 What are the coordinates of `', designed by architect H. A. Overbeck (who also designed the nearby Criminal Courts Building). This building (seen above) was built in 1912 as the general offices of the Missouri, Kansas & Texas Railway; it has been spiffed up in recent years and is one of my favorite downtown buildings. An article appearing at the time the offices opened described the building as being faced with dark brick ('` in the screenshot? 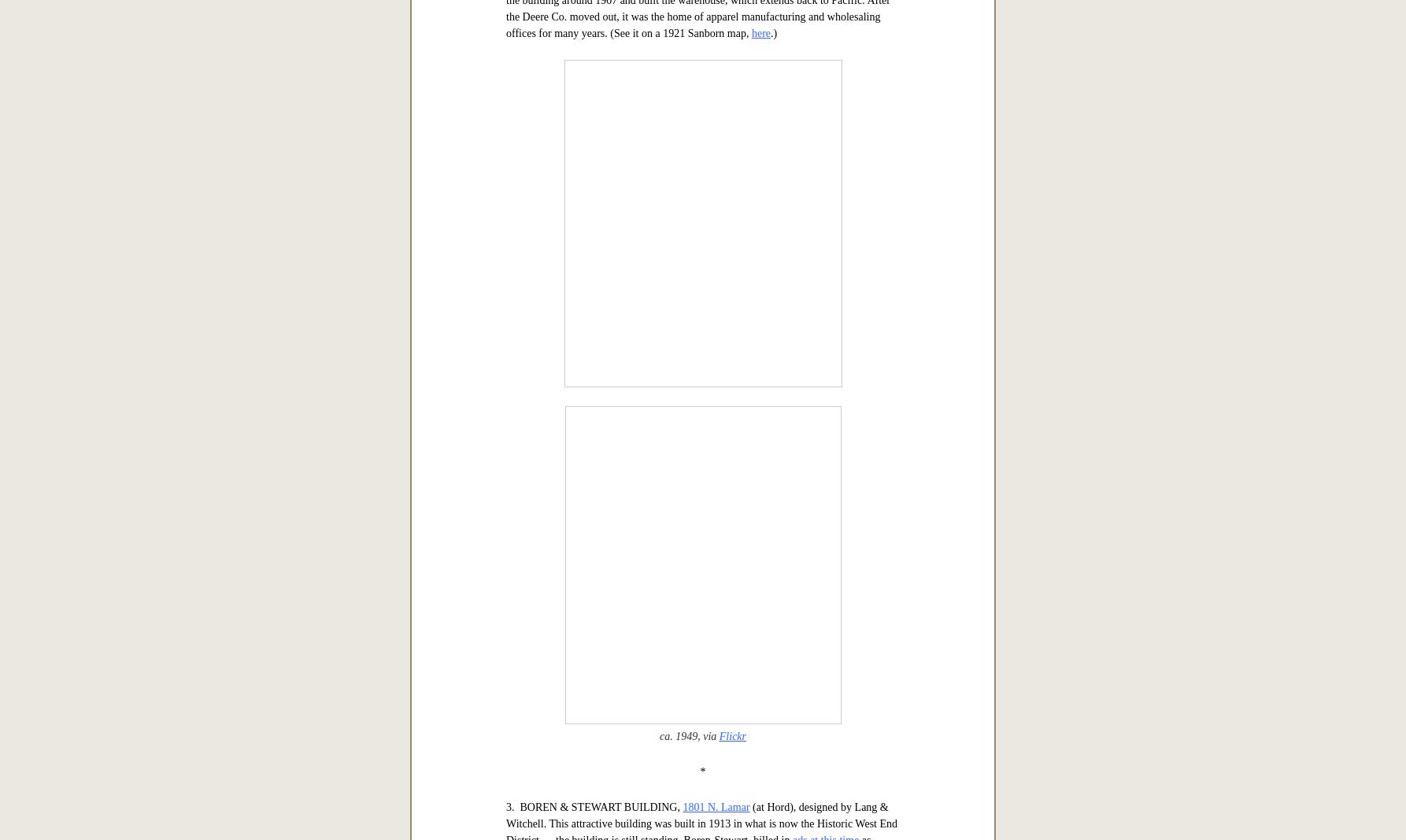 It's located at (699, 198).